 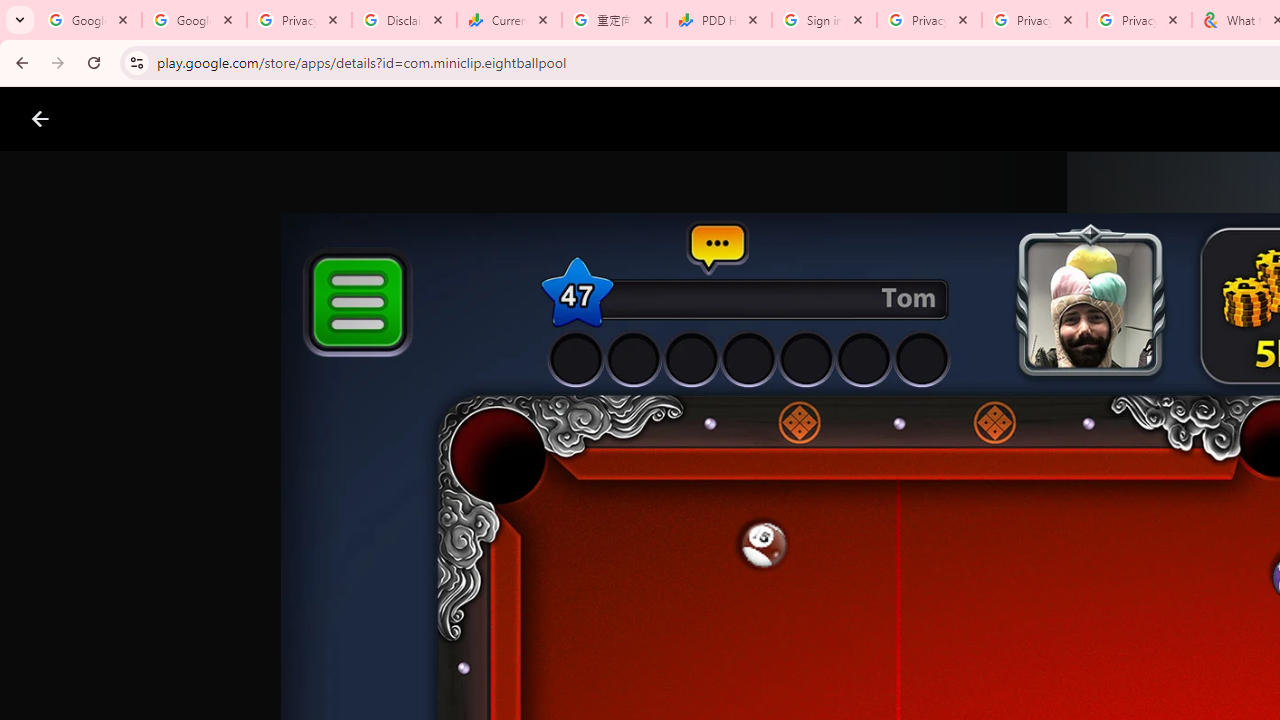 I want to click on 'Google Play logo', so click(x=111, y=119).